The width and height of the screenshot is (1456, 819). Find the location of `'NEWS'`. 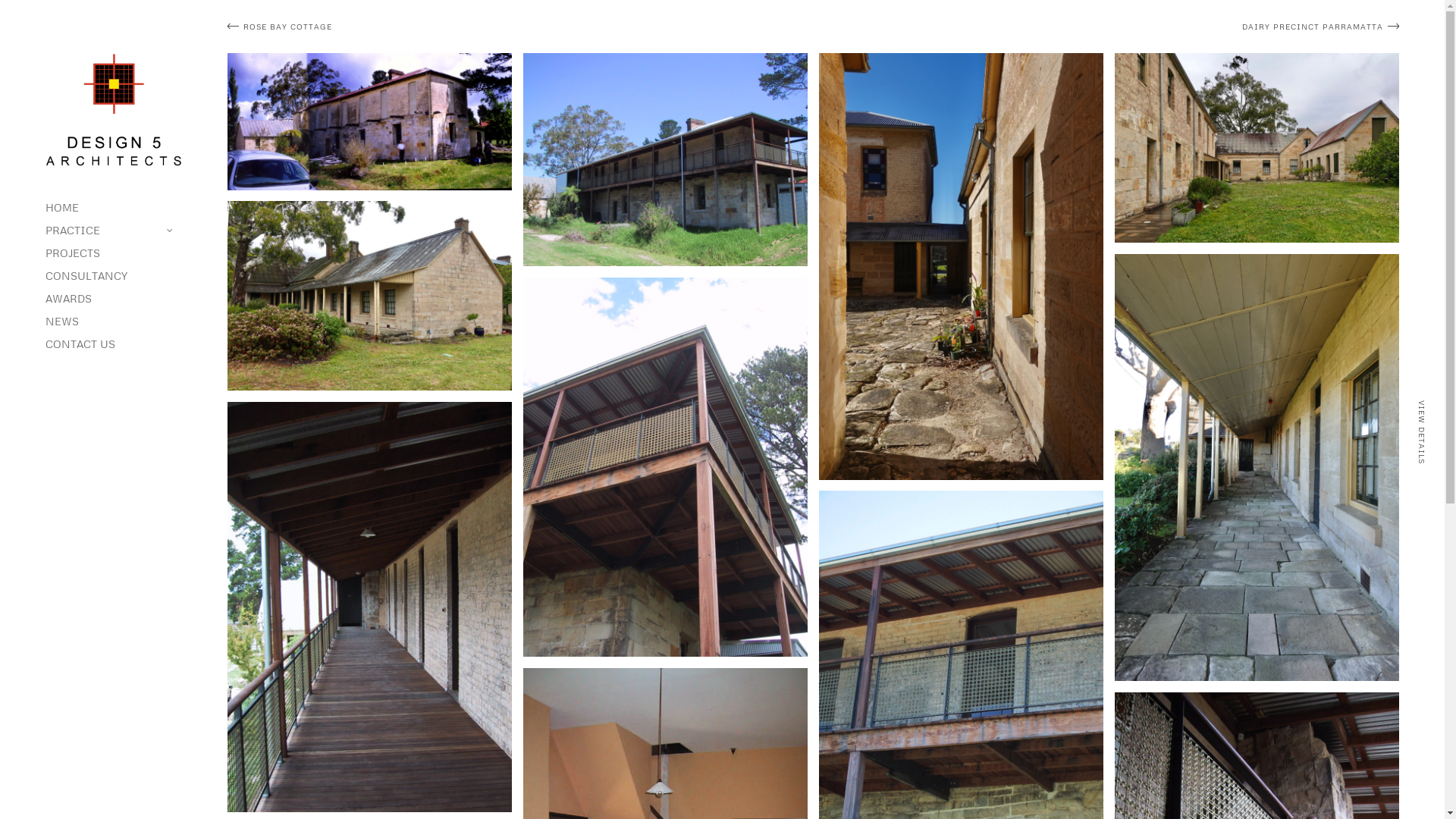

'NEWS' is located at coordinates (45, 321).